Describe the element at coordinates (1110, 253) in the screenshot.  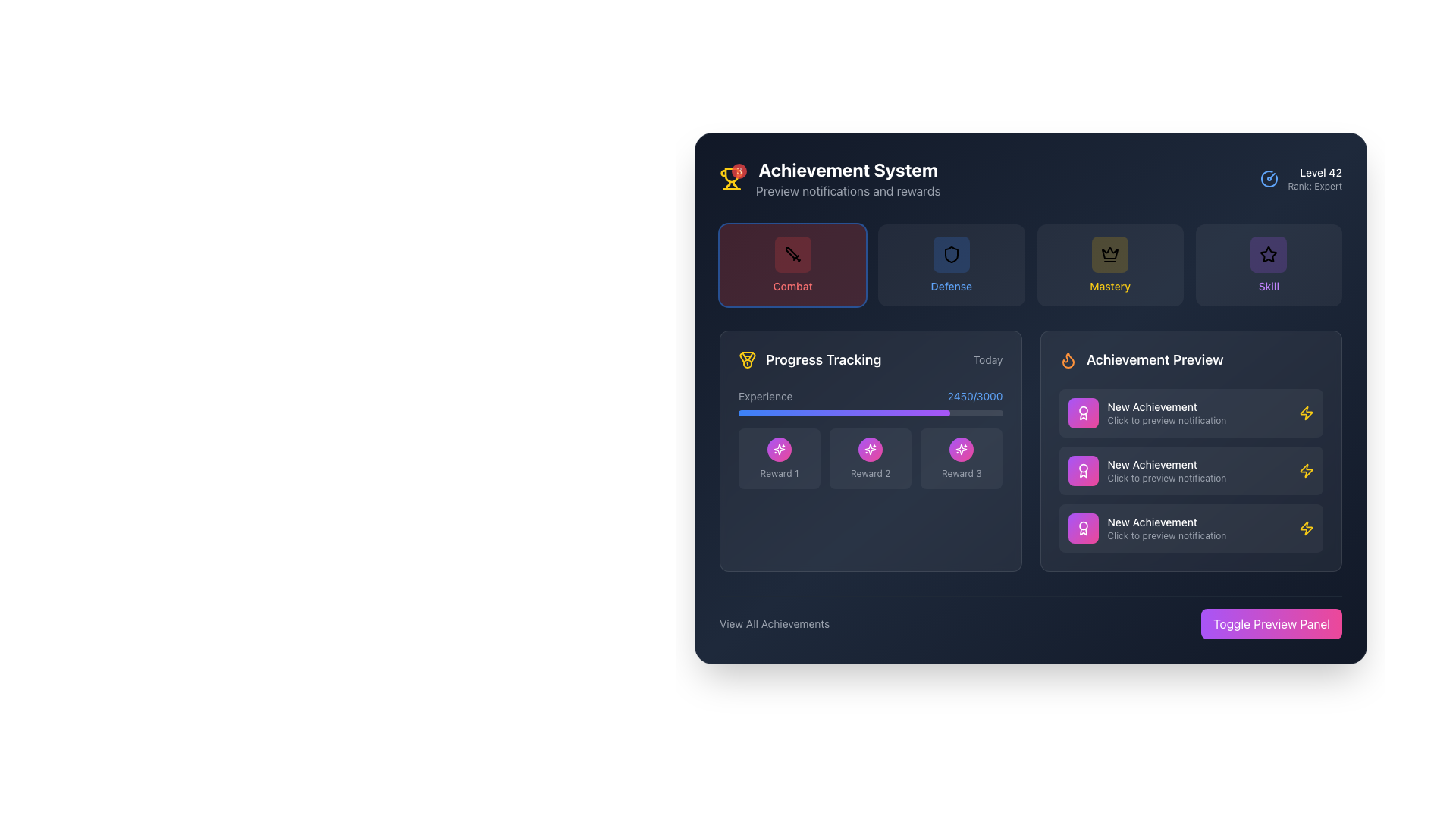
I see `the yellowish square icon with a rounded border and a black crown symbol` at that location.